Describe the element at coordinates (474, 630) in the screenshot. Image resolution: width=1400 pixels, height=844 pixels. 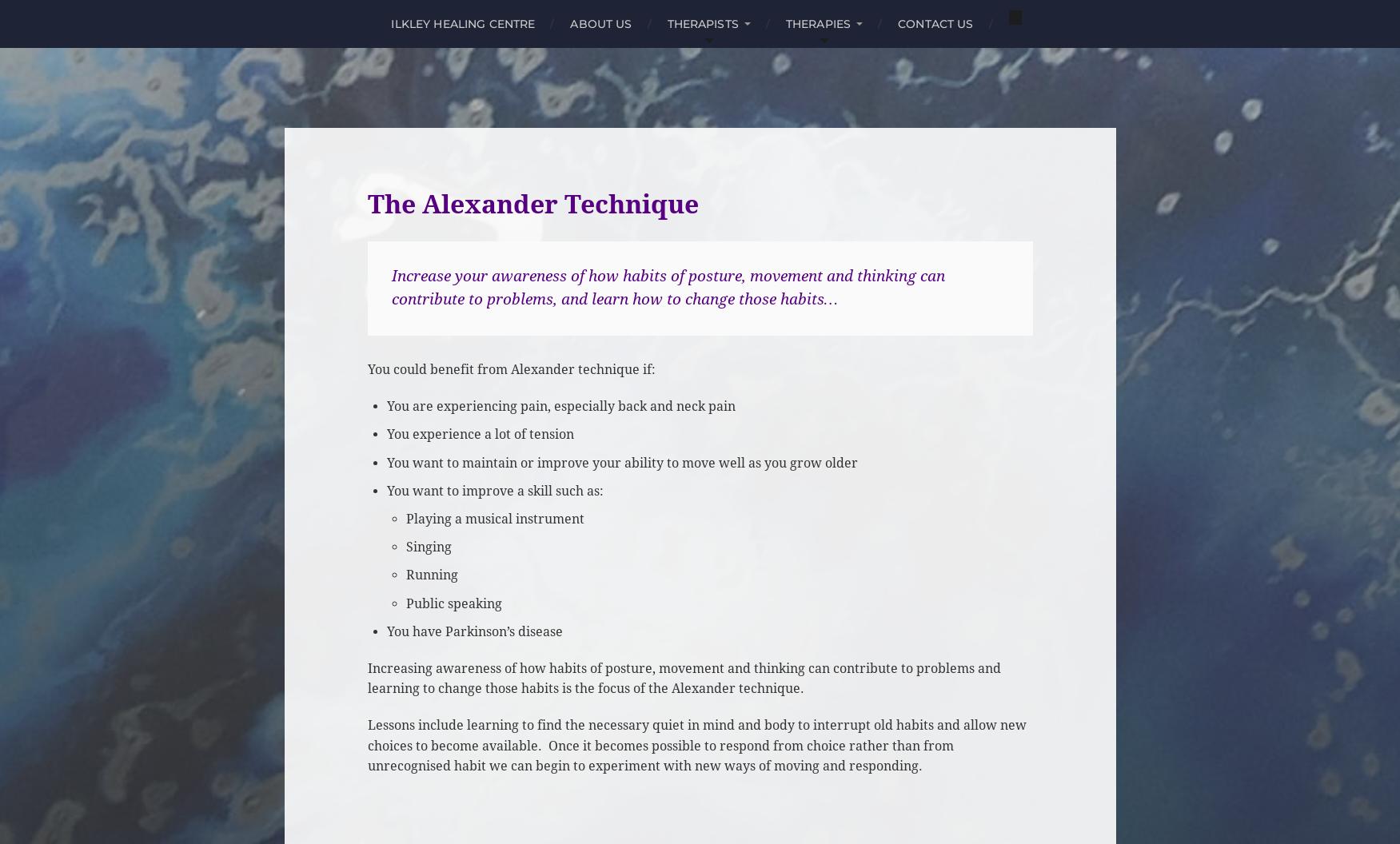
I see `'You have Parkinson’s disease'` at that location.